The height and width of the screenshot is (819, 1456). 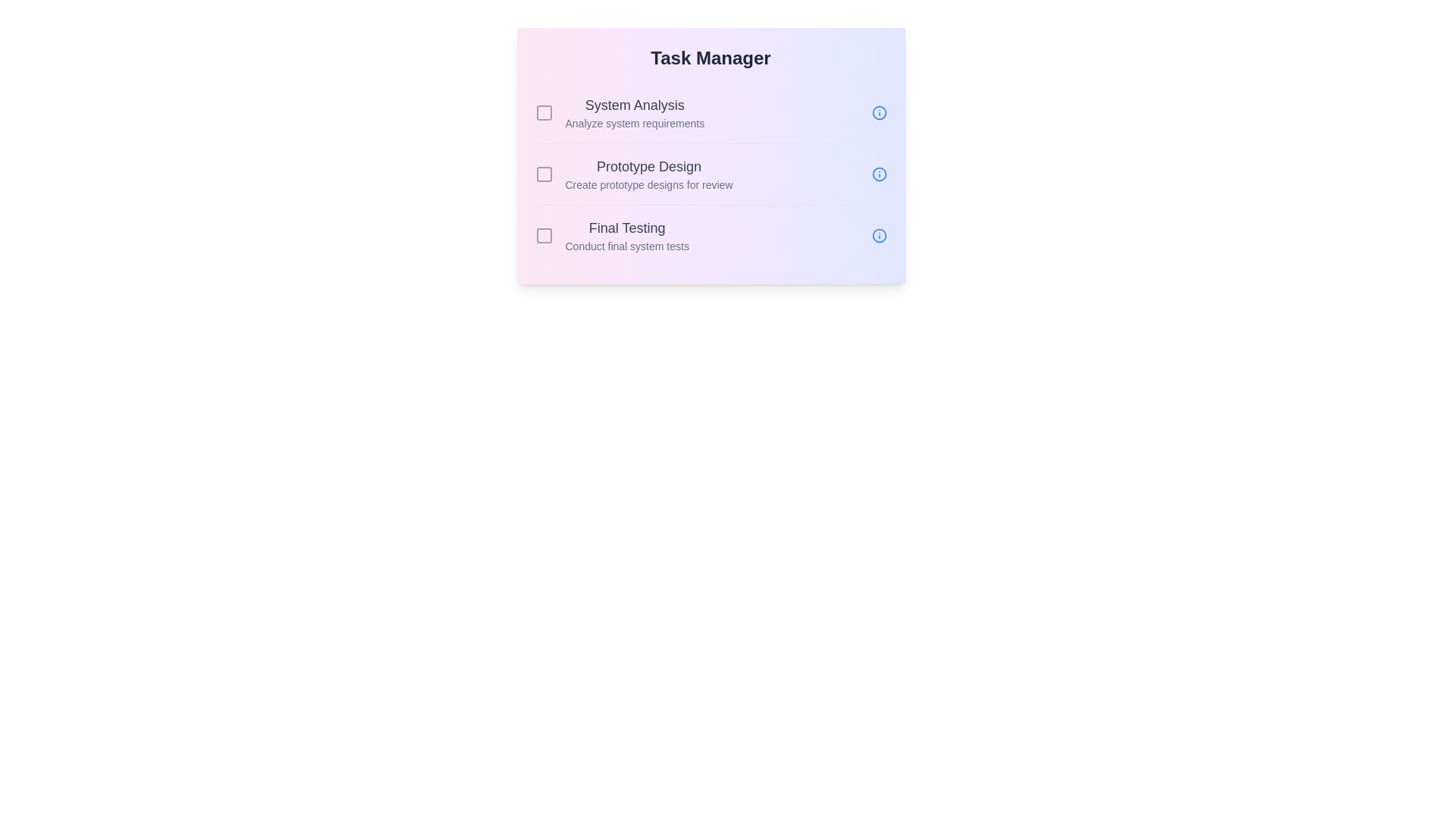 What do you see at coordinates (635, 104) in the screenshot?
I see `the task name text for System Analysis` at bounding box center [635, 104].